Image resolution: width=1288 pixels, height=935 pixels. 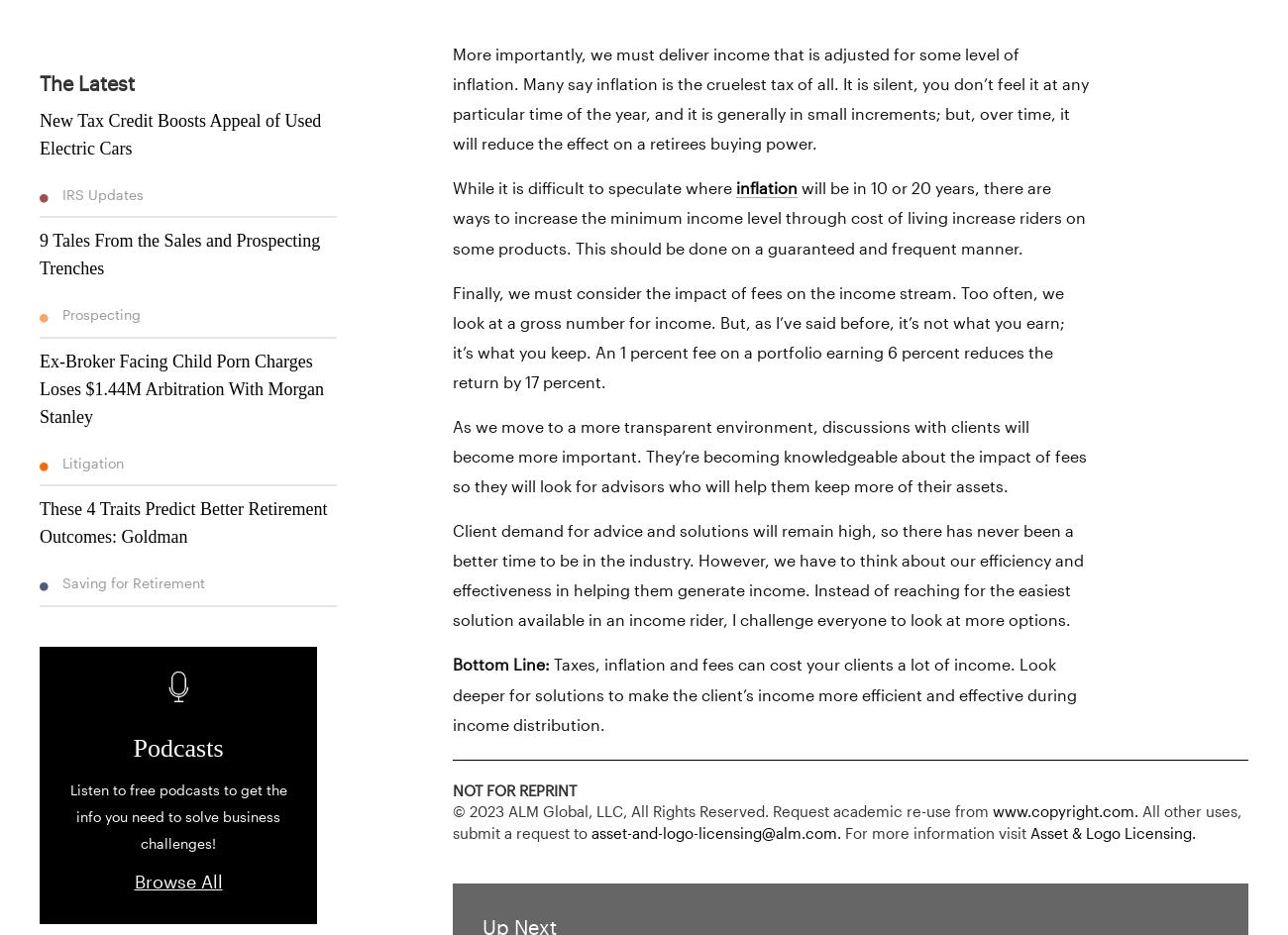 What do you see at coordinates (99, 313) in the screenshot?
I see `'Prospecting'` at bounding box center [99, 313].